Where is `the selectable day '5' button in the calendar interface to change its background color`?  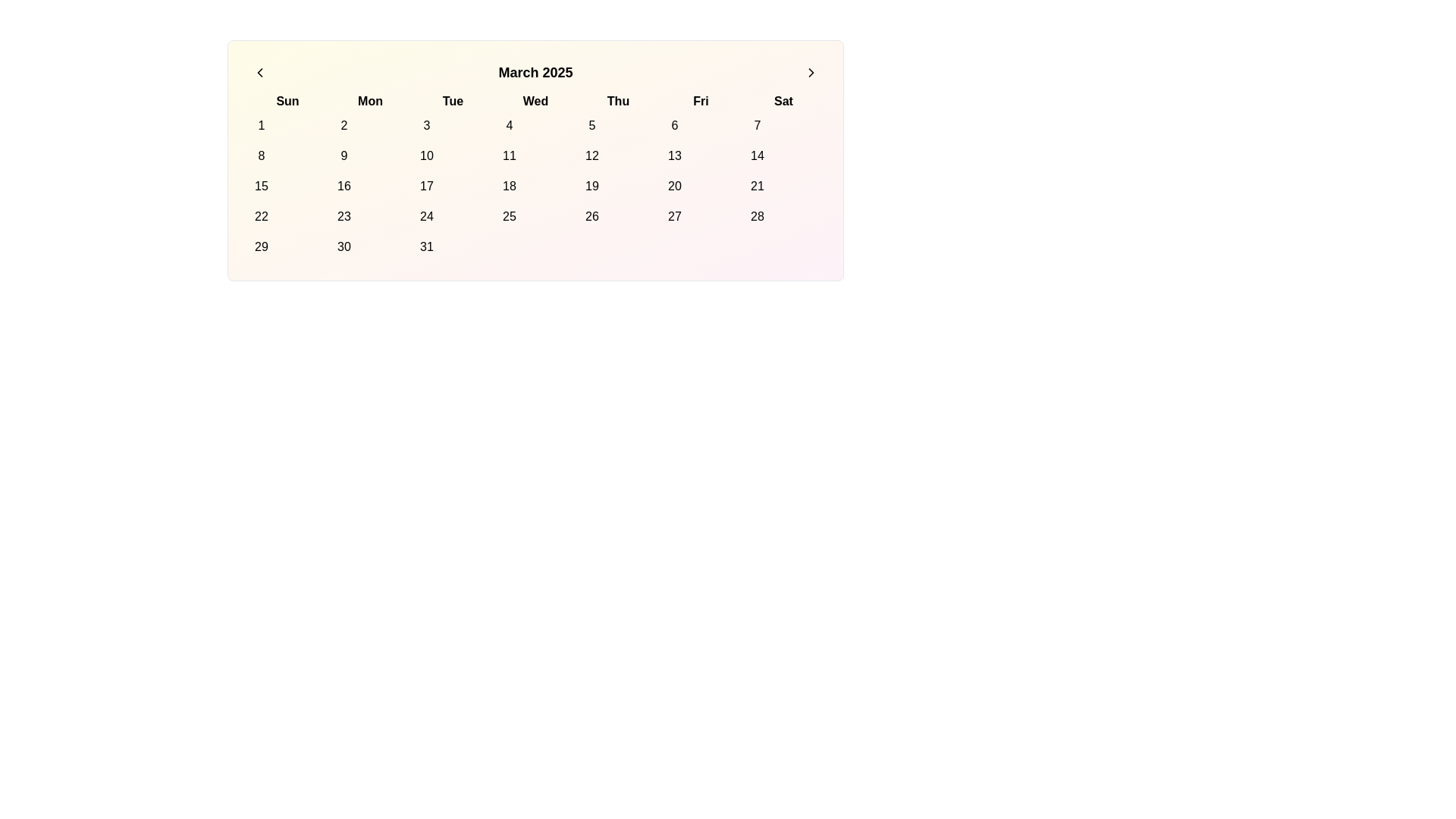
the selectable day '5' button in the calendar interface to change its background color is located at coordinates (591, 124).